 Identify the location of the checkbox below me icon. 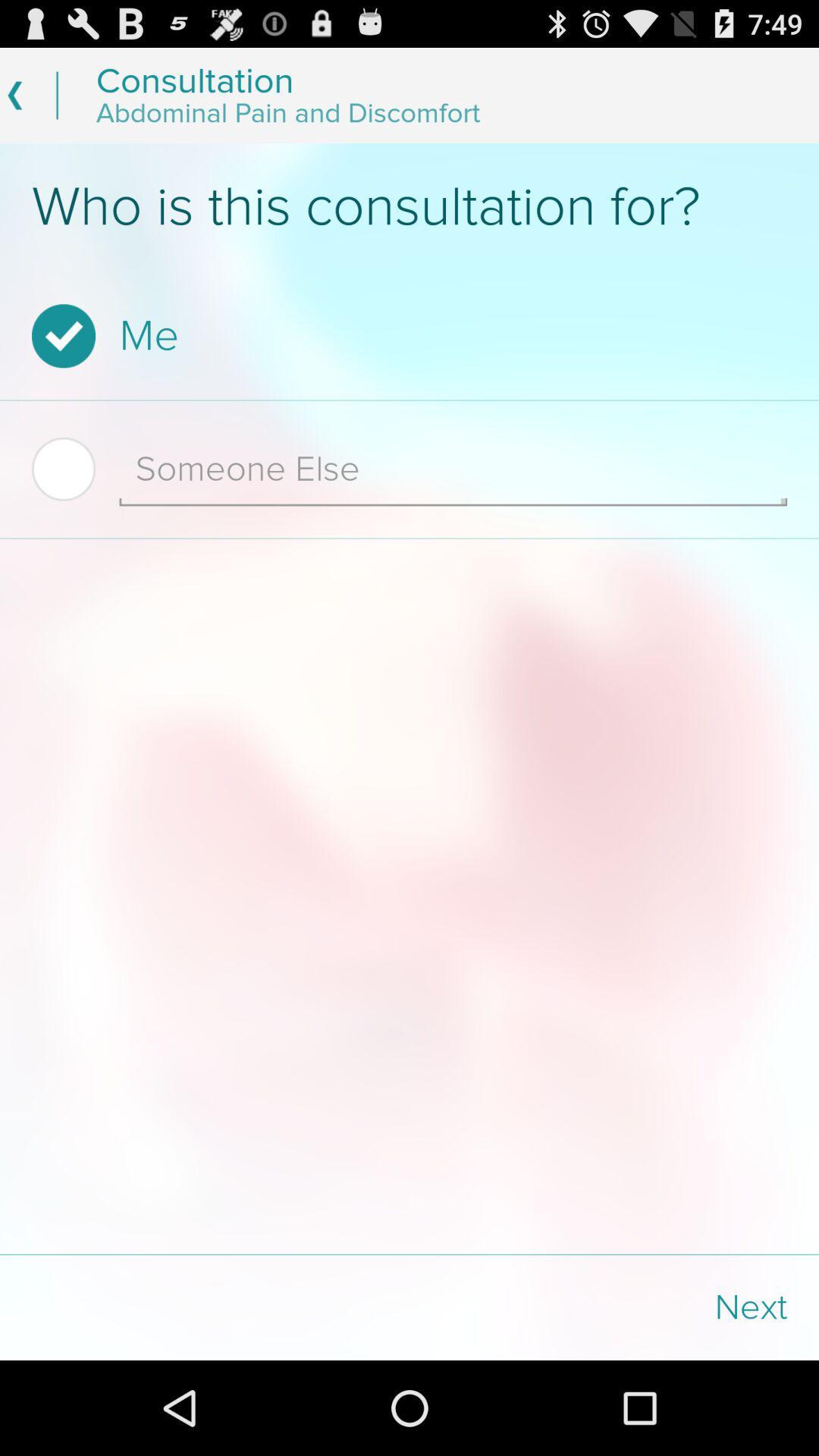
(75, 468).